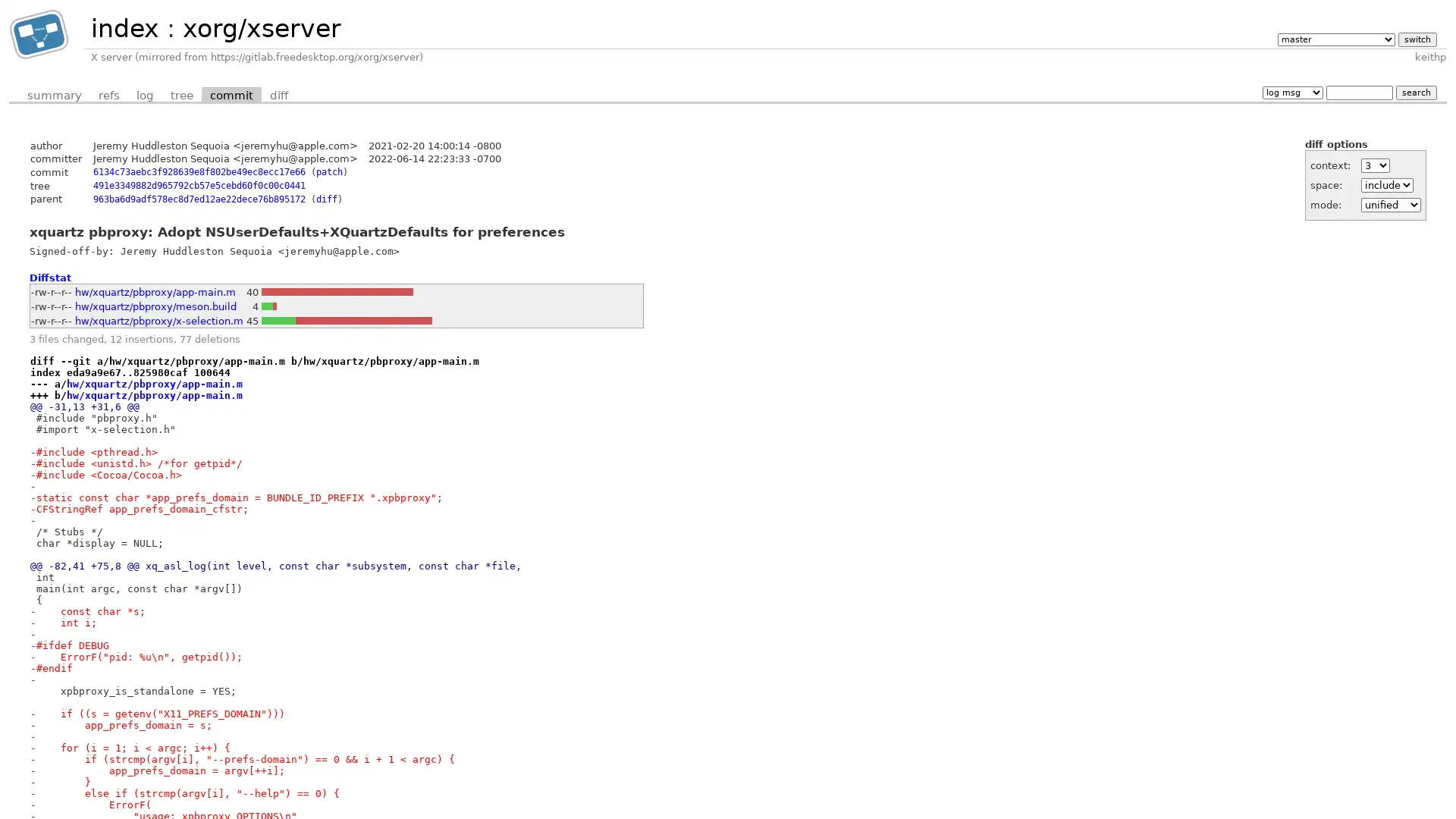 This screenshot has width=1456, height=819. Describe the element at coordinates (1415, 92) in the screenshot. I see `search` at that location.